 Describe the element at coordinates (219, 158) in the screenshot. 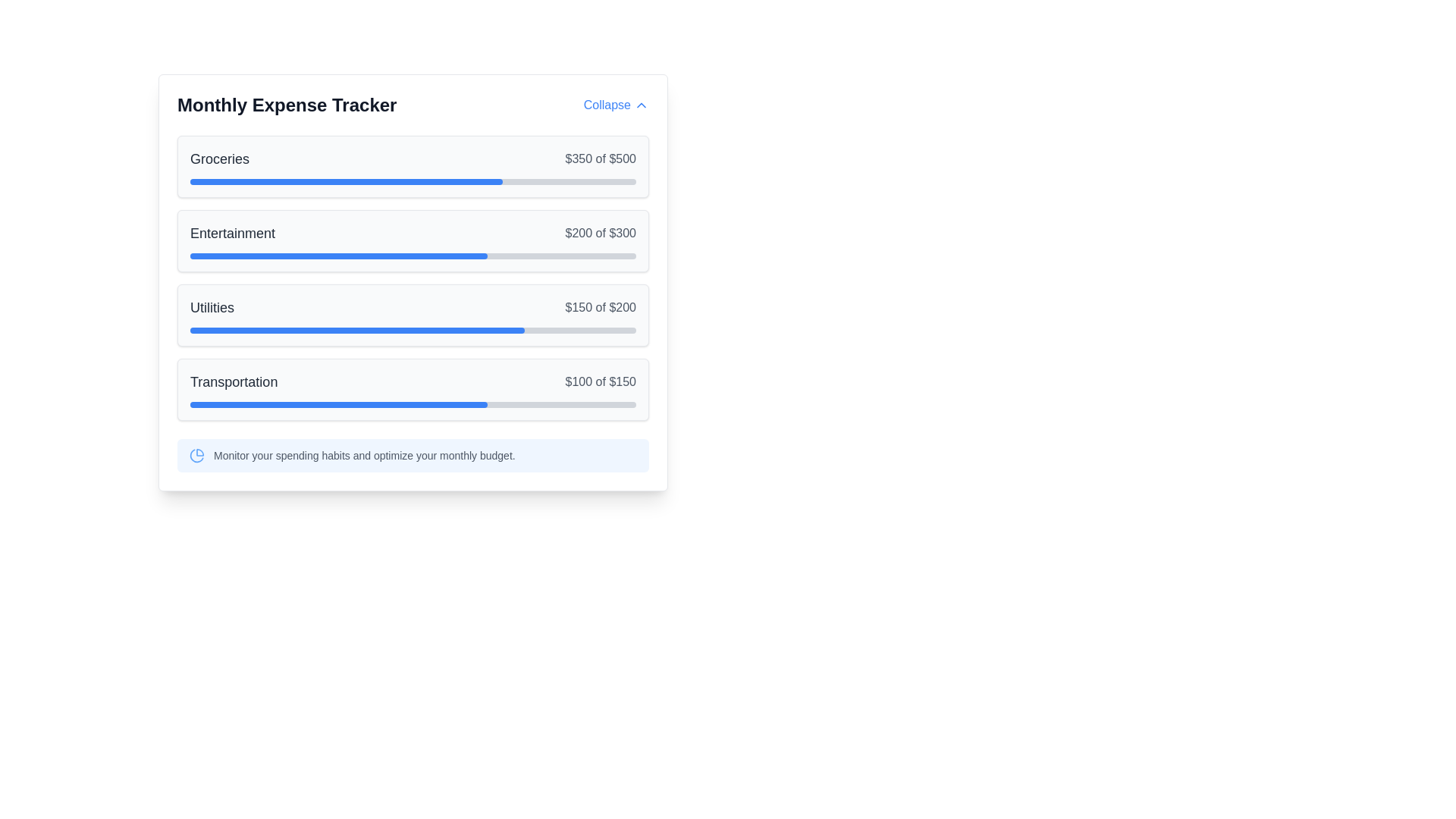

I see `text content of the bold 'Groceries' label located at the top left of the section titled 'Groceries $350 of $500'` at that location.